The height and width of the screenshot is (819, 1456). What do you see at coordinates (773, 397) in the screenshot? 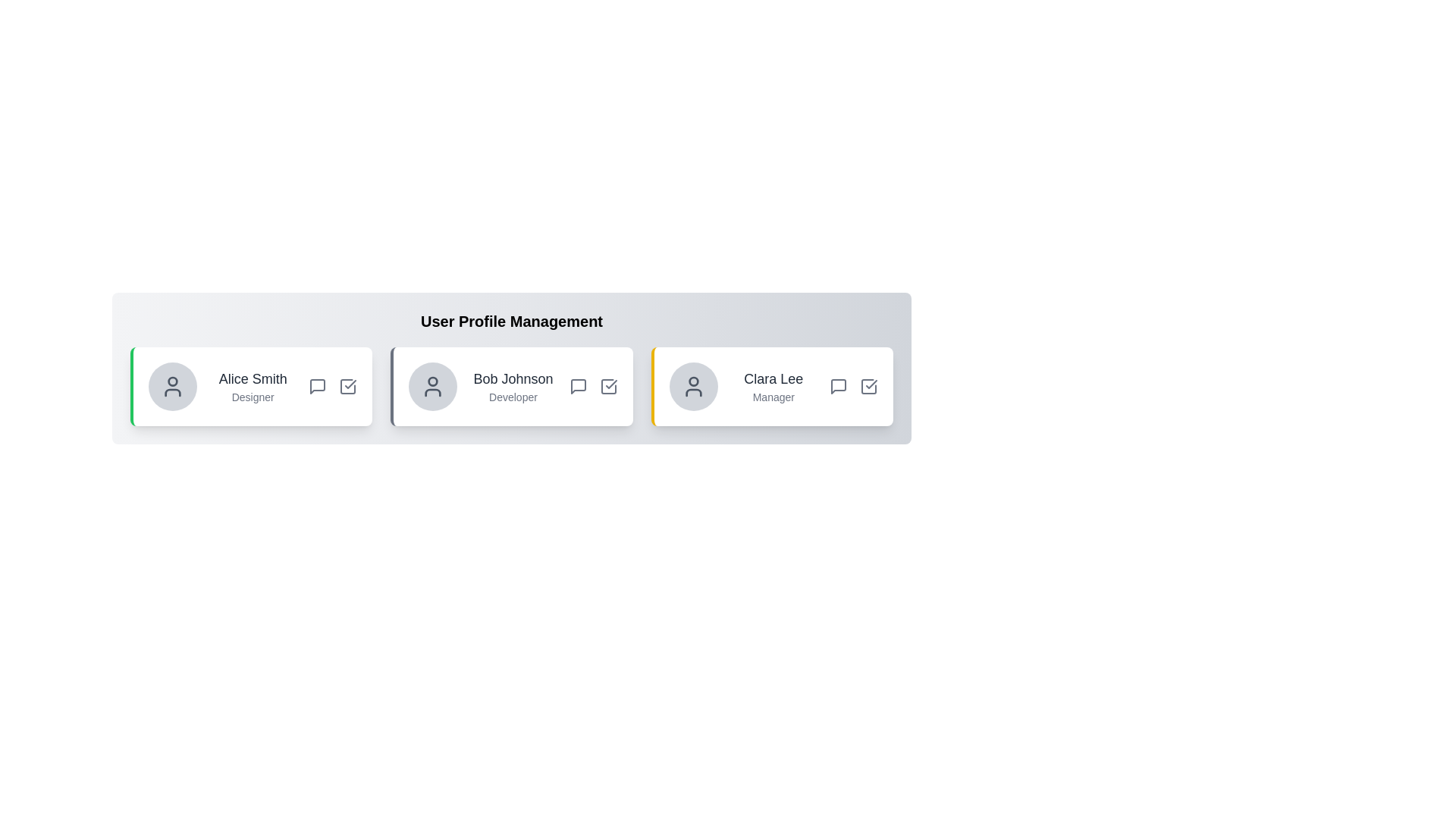
I see `the text label that reads 'Manager', which is styled in a small, light-gray font and located beneath the name 'Clara Lee' within a user role card layout` at bounding box center [773, 397].